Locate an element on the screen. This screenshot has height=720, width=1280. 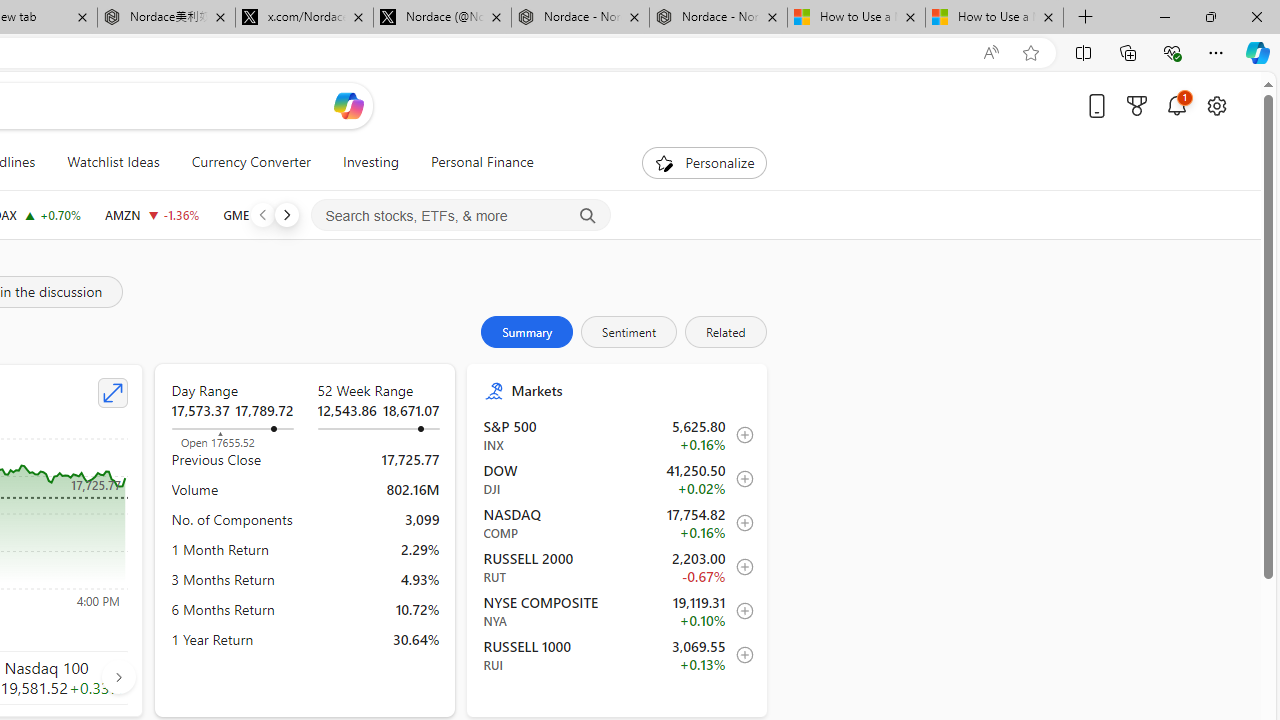
'Watchlist Ideas' is located at coordinates (112, 162).